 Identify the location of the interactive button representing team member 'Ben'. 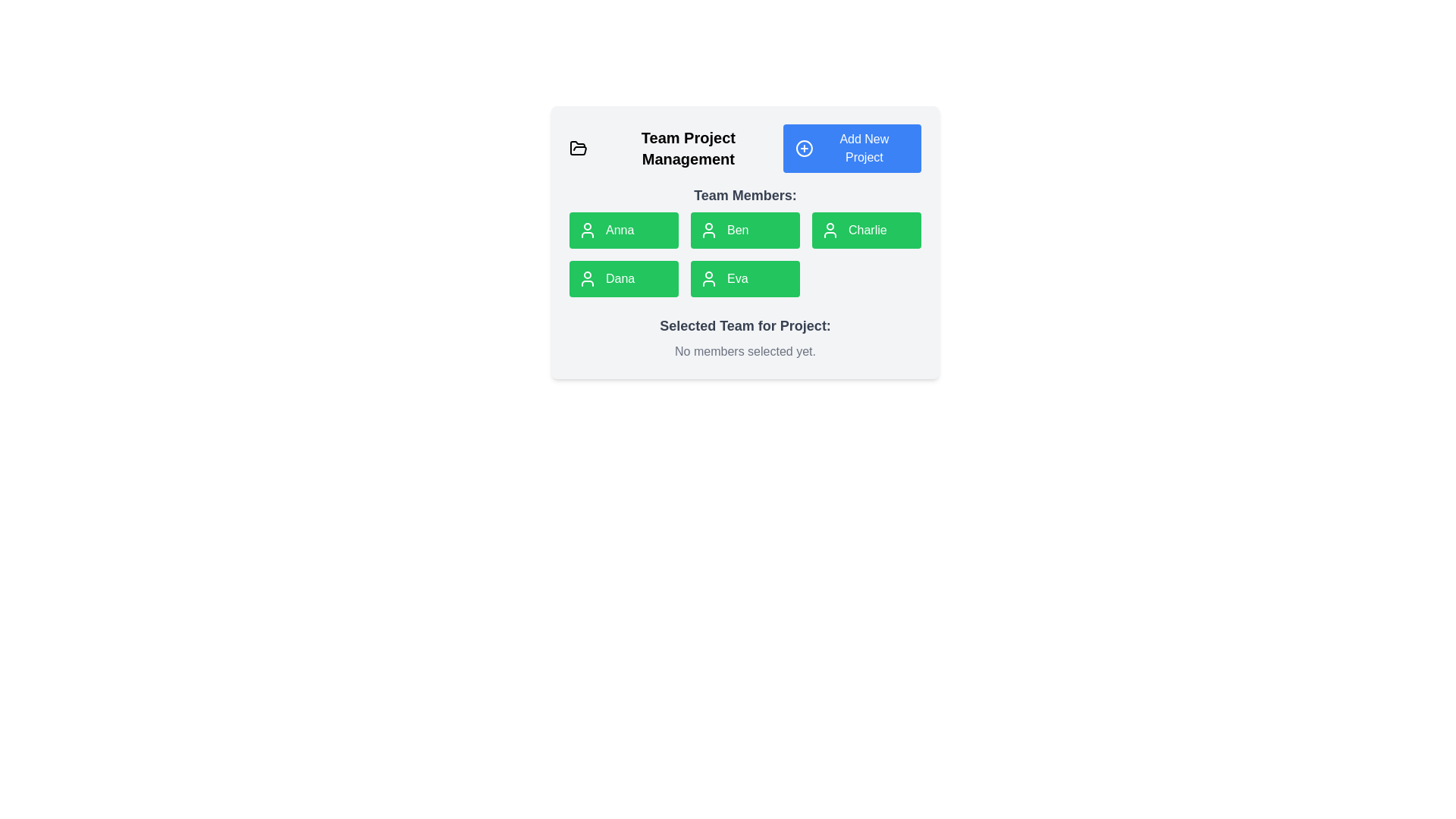
(745, 240).